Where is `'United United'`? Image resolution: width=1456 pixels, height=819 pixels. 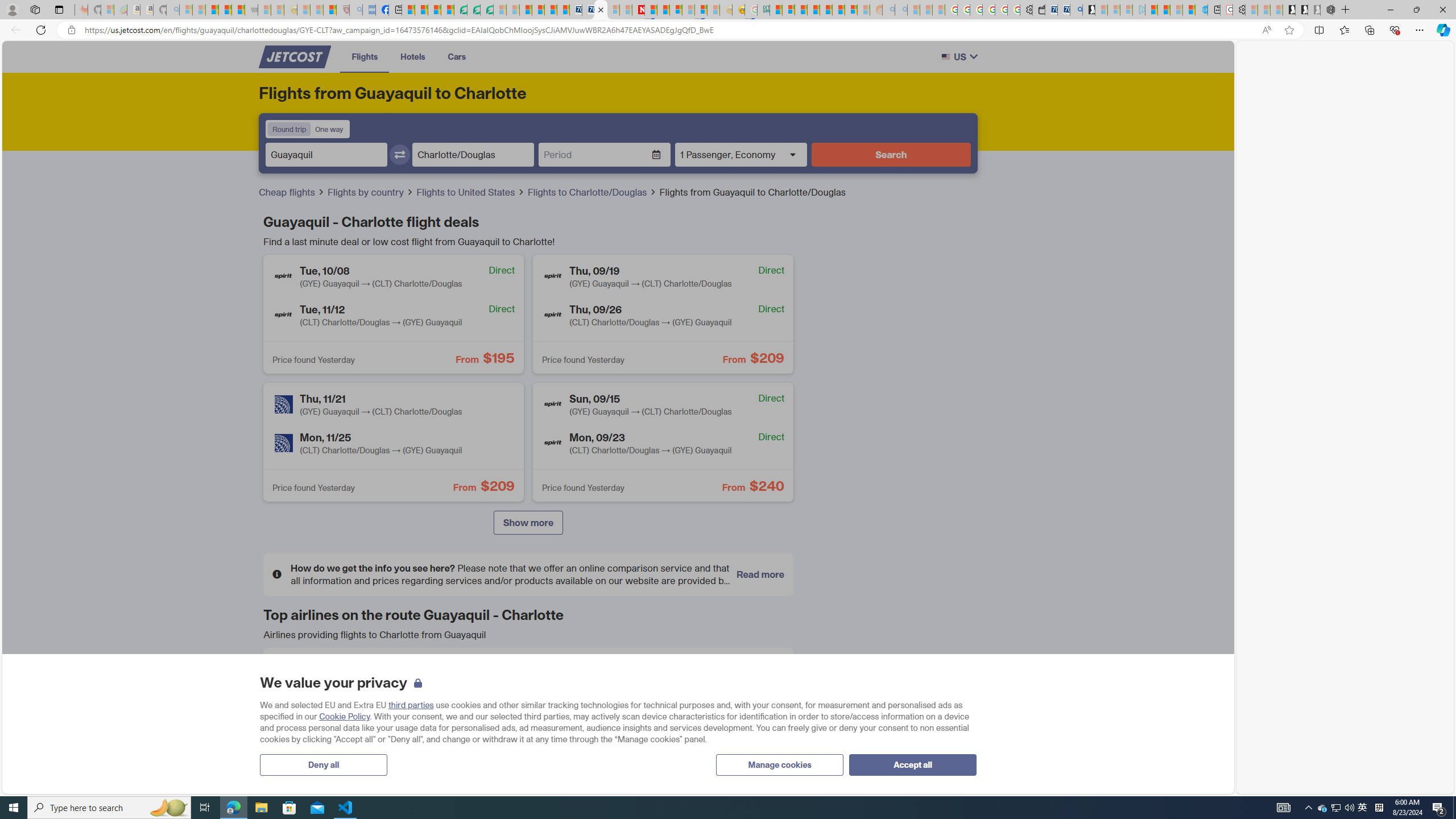
'United United' is located at coordinates (357, 756).